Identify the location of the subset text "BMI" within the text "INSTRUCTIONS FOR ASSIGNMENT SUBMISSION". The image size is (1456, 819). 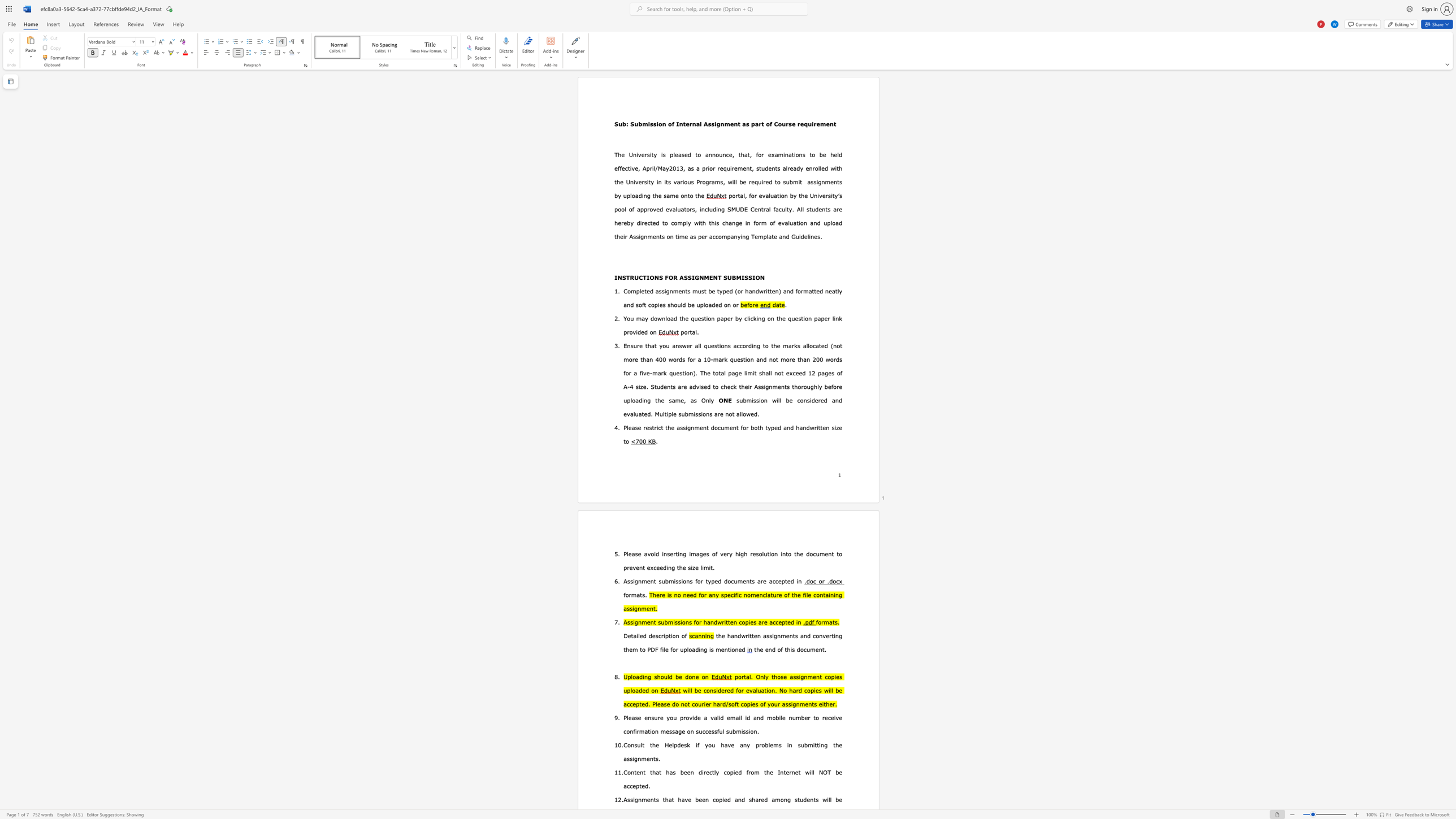
(732, 277).